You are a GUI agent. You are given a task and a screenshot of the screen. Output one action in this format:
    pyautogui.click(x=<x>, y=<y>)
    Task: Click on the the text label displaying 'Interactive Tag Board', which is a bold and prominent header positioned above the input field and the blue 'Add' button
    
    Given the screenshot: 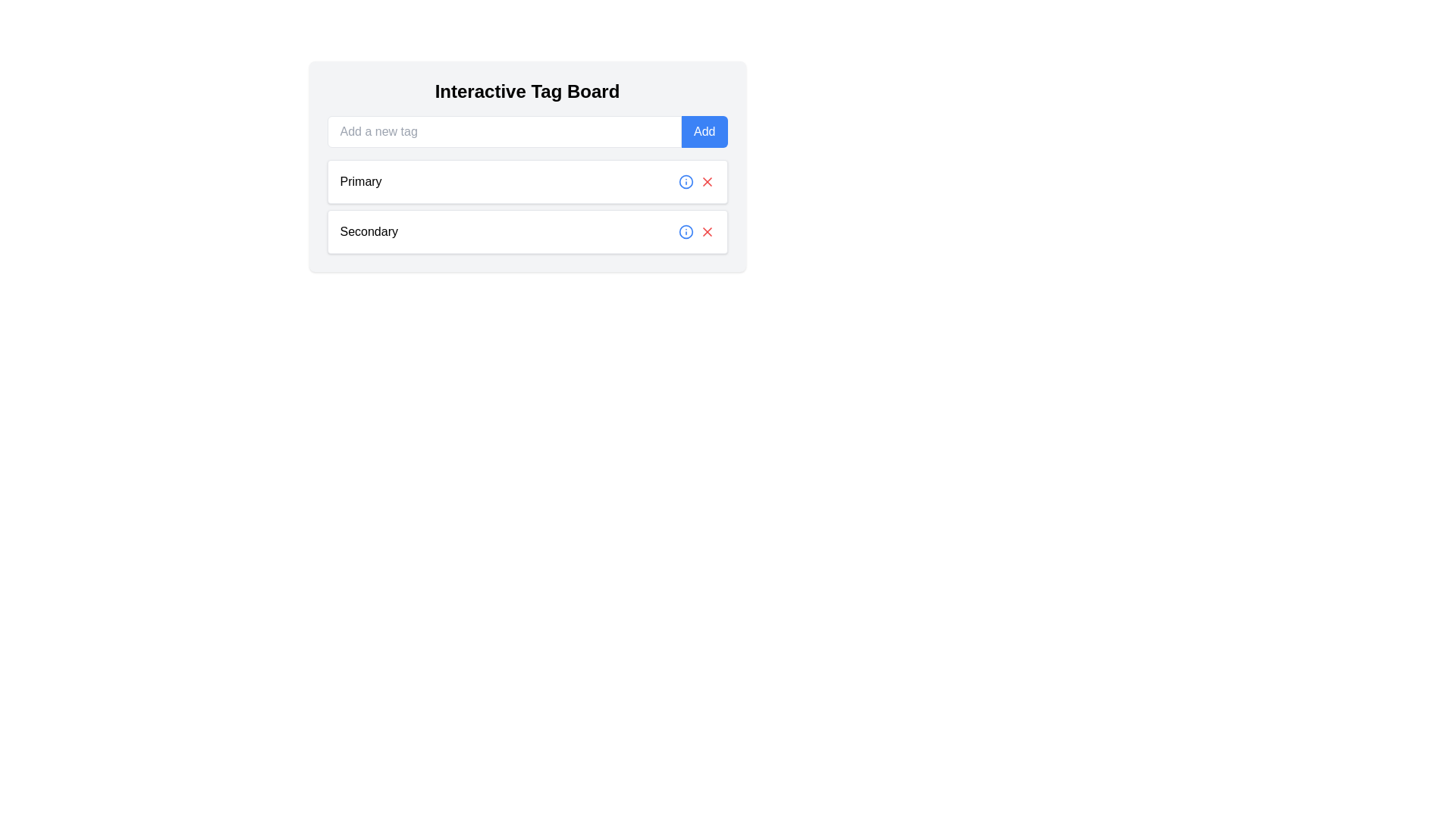 What is the action you would take?
    pyautogui.click(x=527, y=91)
    